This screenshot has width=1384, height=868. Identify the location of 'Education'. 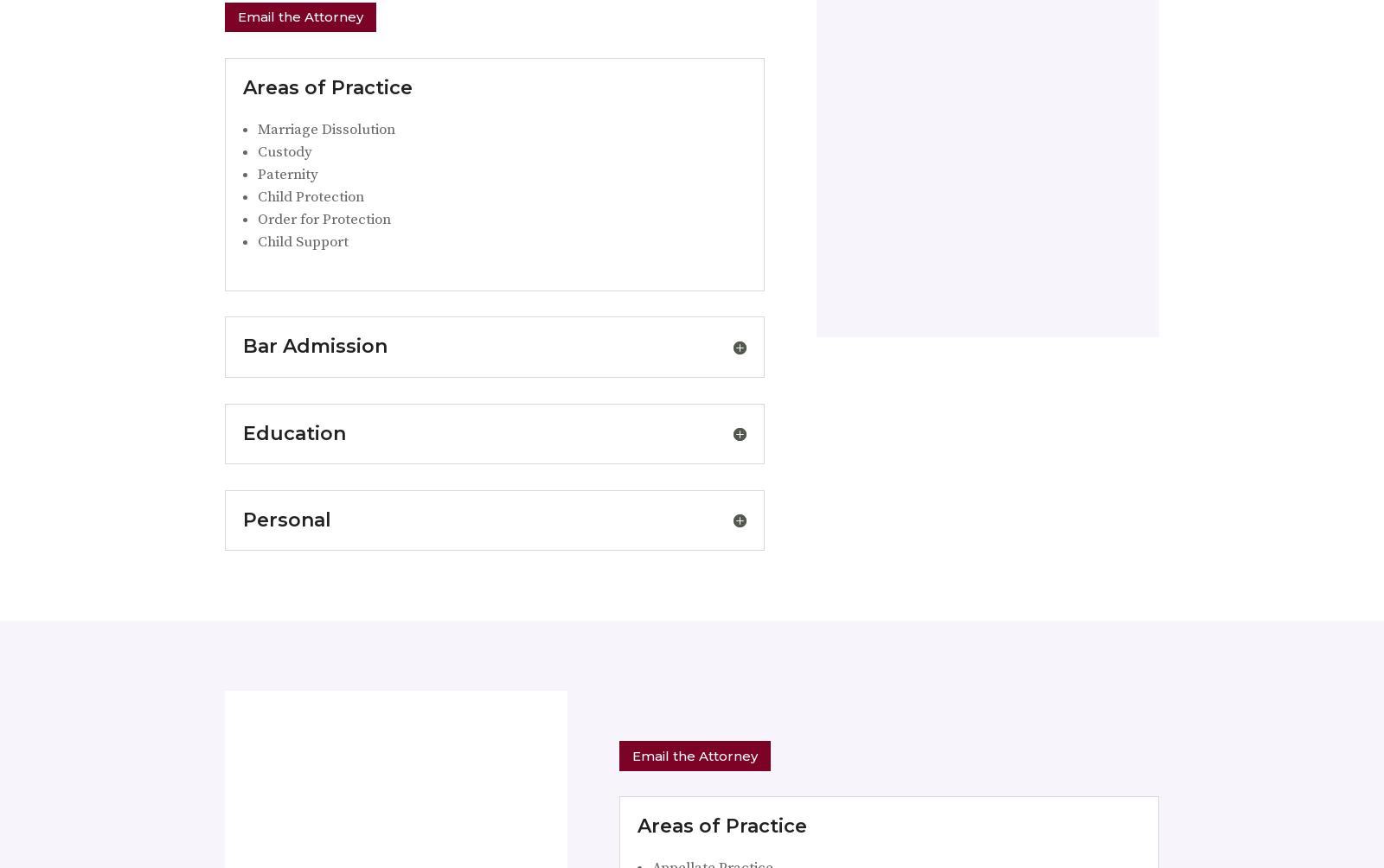
(242, 431).